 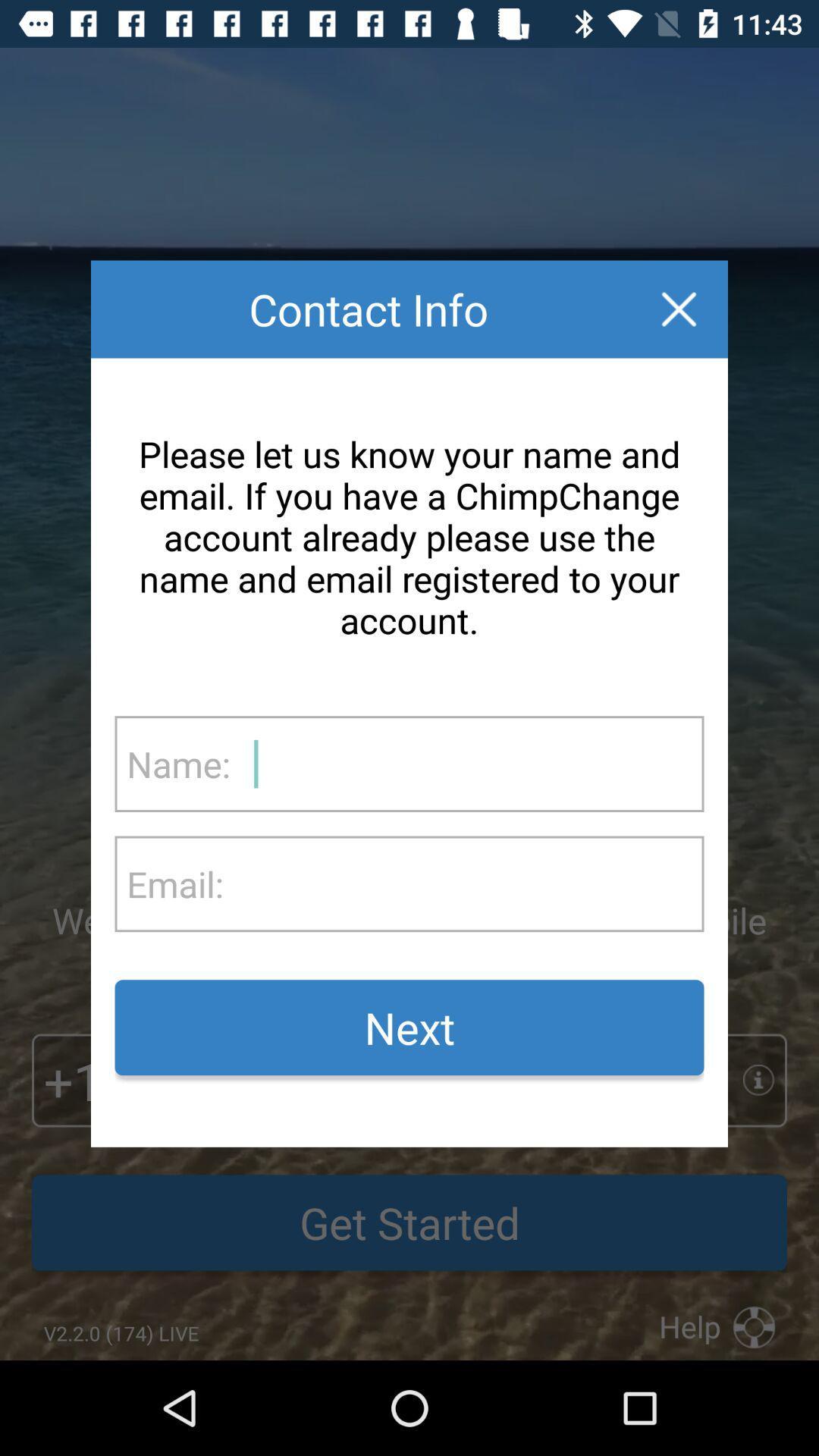 What do you see at coordinates (463, 883) in the screenshot?
I see `email address box` at bounding box center [463, 883].